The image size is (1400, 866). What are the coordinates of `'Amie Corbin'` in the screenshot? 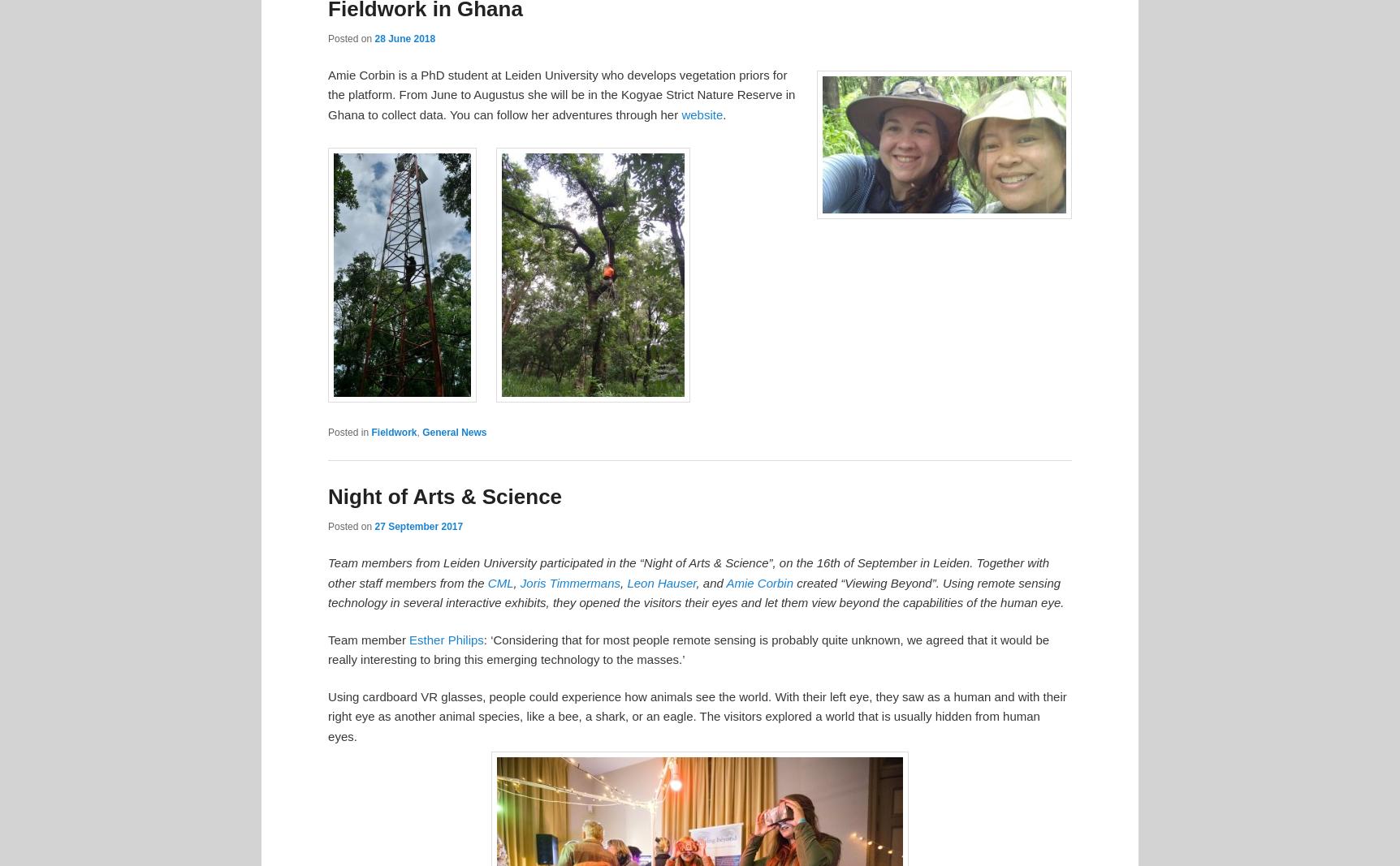 It's located at (758, 581).